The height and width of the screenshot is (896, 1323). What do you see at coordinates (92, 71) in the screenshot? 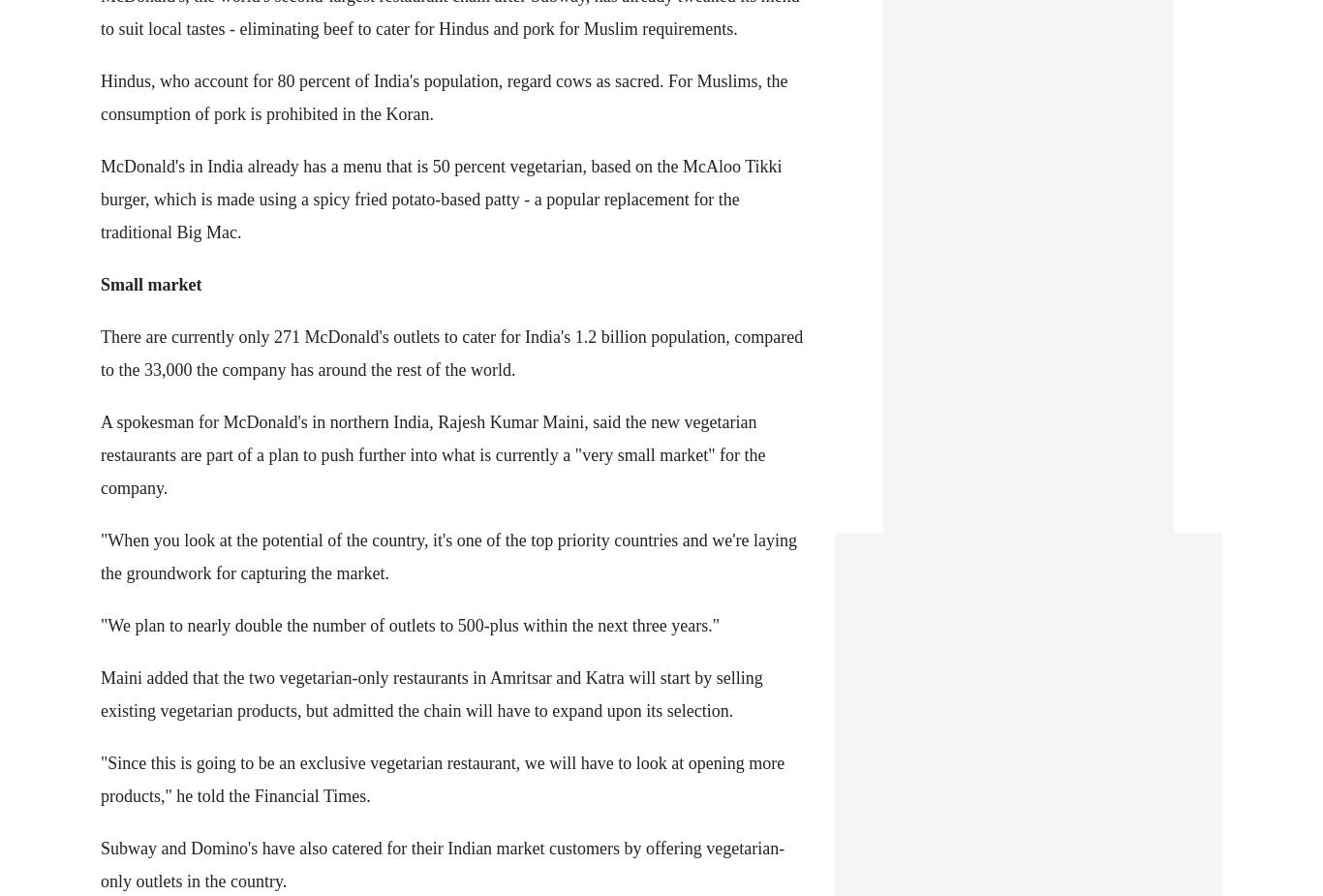
I see `'NOTICEBOARD'` at bounding box center [92, 71].